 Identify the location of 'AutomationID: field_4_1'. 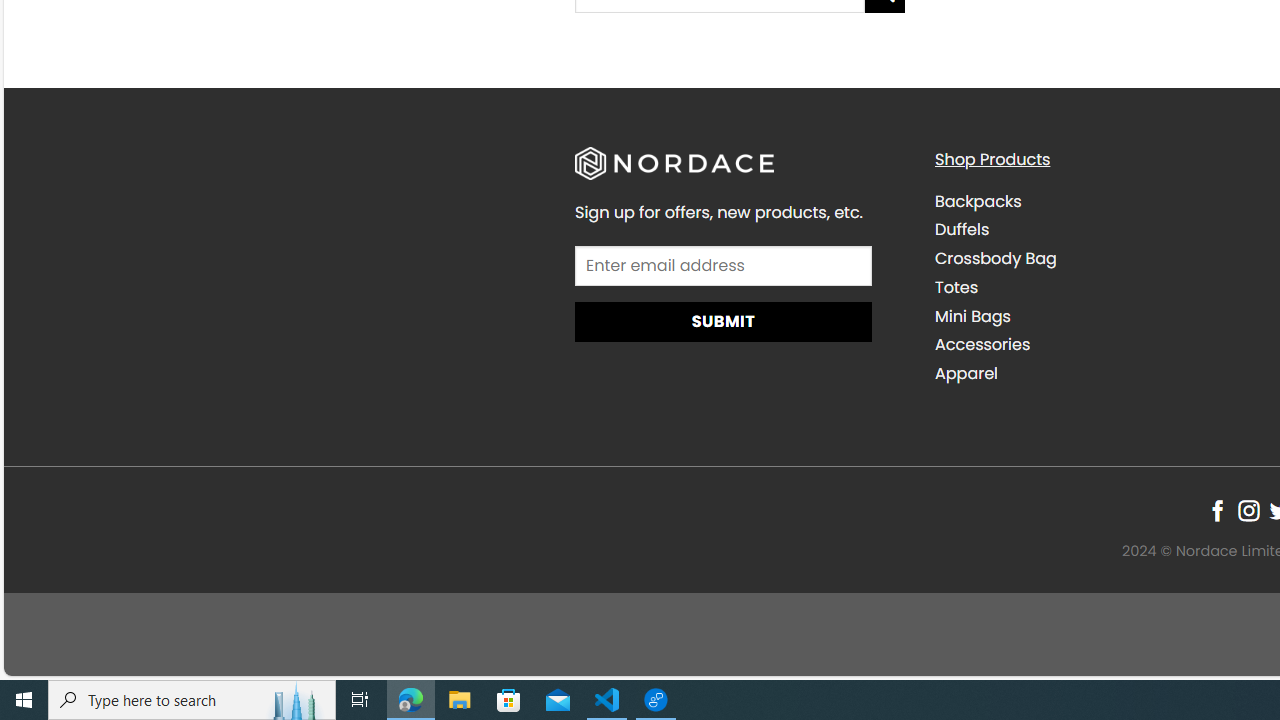
(722, 266).